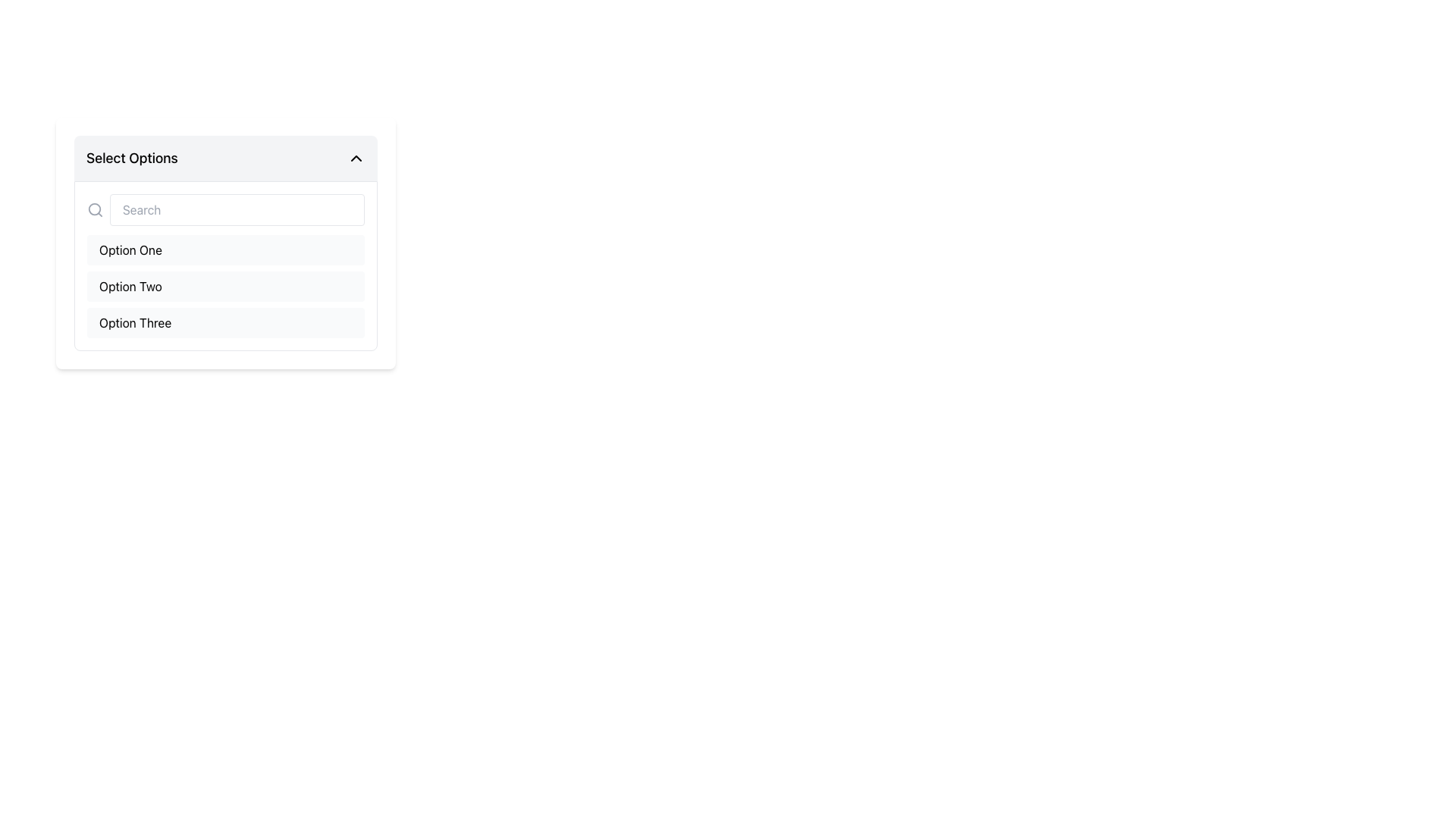 Image resolution: width=1456 pixels, height=819 pixels. Describe the element at coordinates (356, 158) in the screenshot. I see `the interactive icon located in the upper right corner of the 'Select Options' header` at that location.